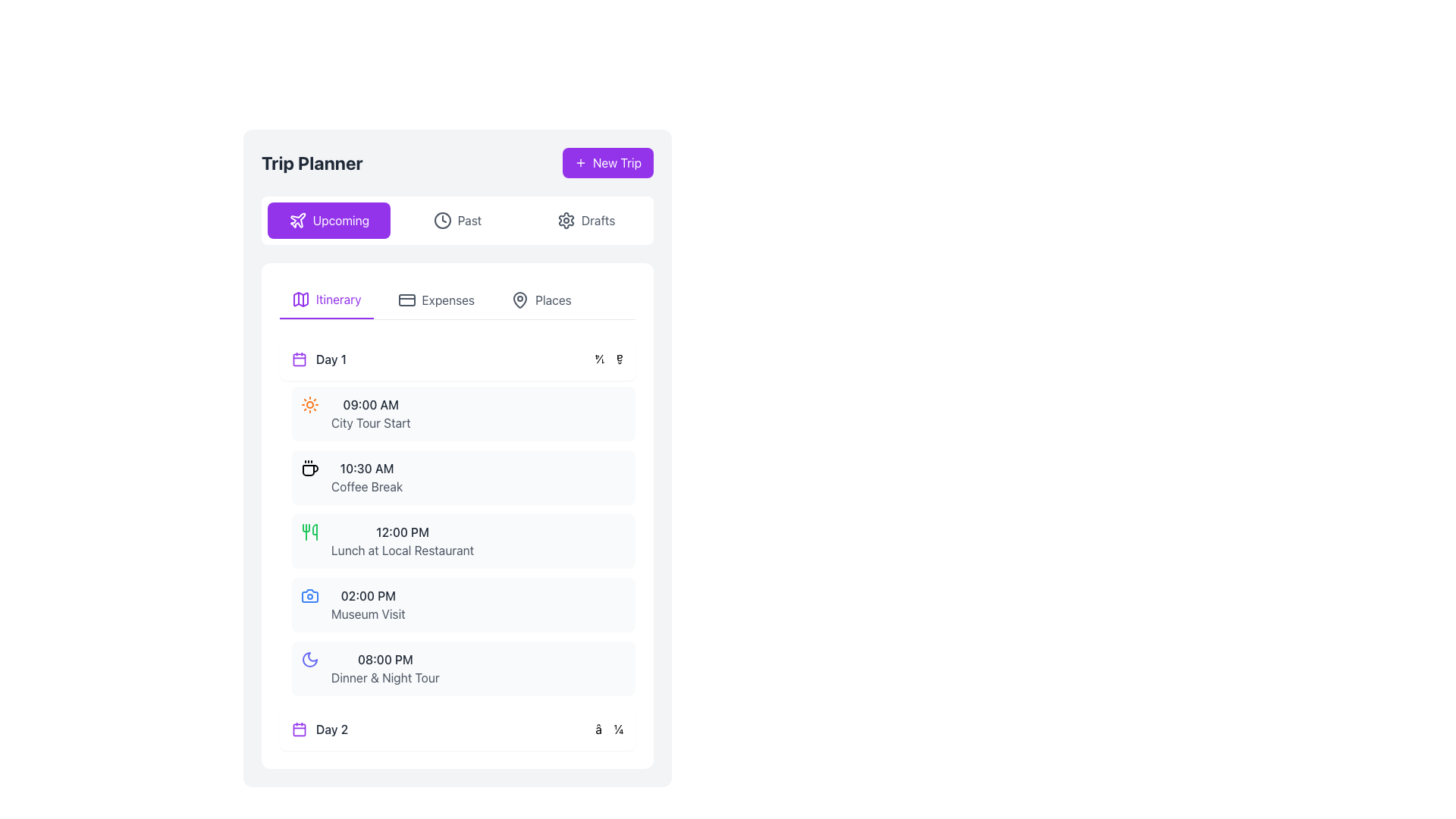  I want to click on the label displaying the start time for the 'City Tour Start' event on 'Day 1' of the schedule, which is positioned below the sun icon, so click(371, 403).